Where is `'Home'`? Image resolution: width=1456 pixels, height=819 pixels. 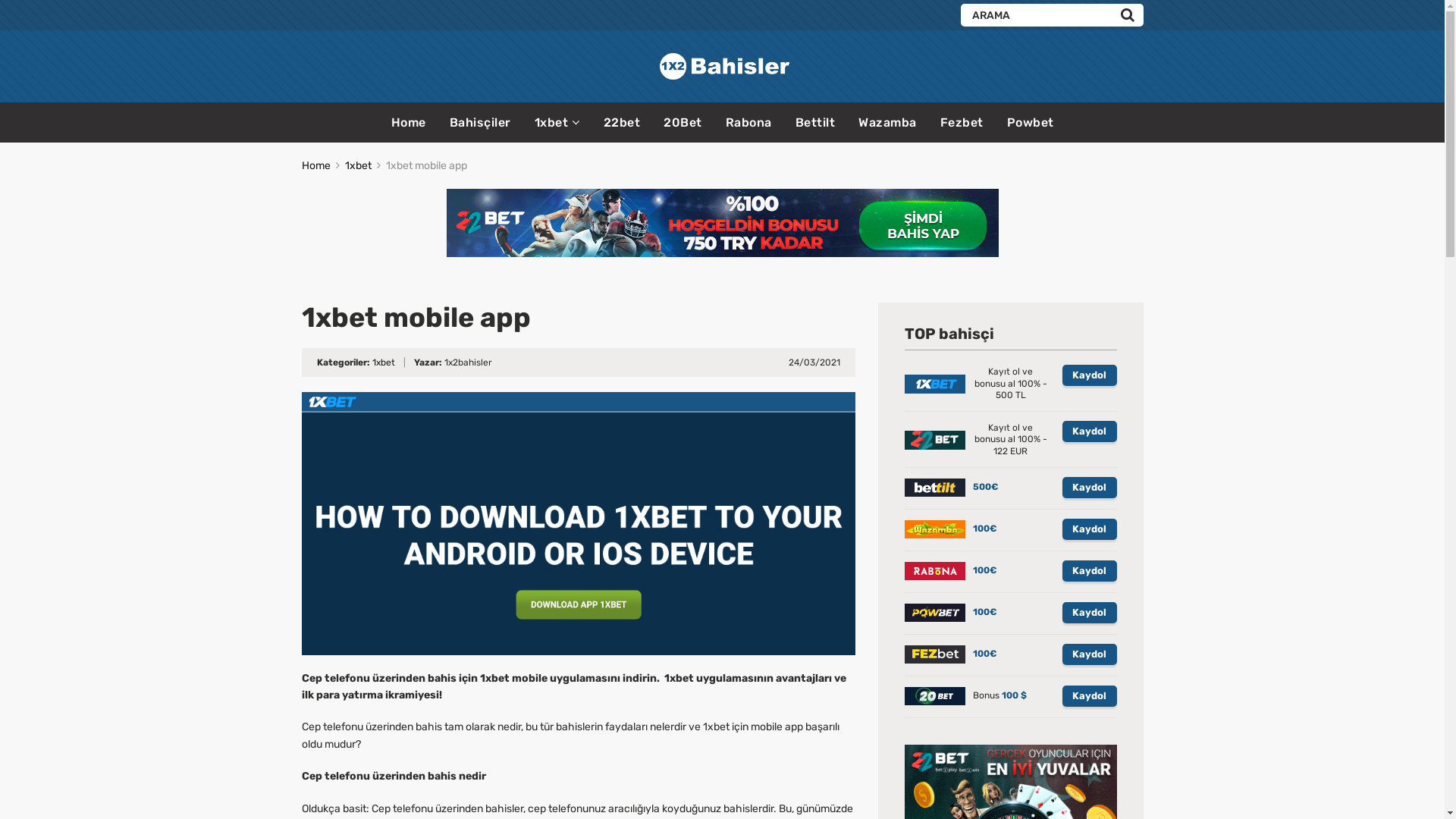
'Home' is located at coordinates (302, 165).